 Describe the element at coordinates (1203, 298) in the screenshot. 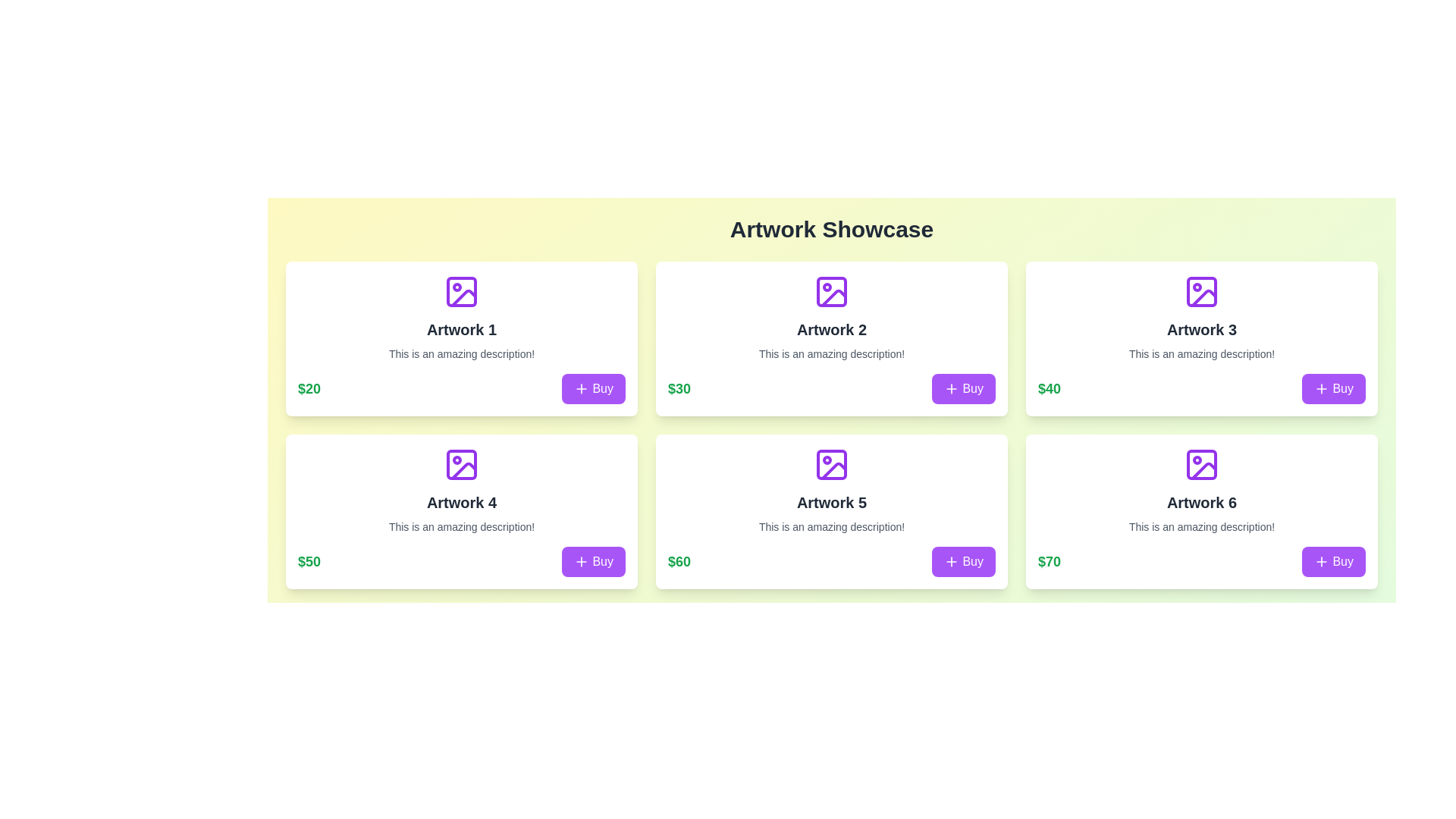

I see `the decorative icon component located at the top-center section of the purple image icon in the 'Artwork 3' card` at that location.